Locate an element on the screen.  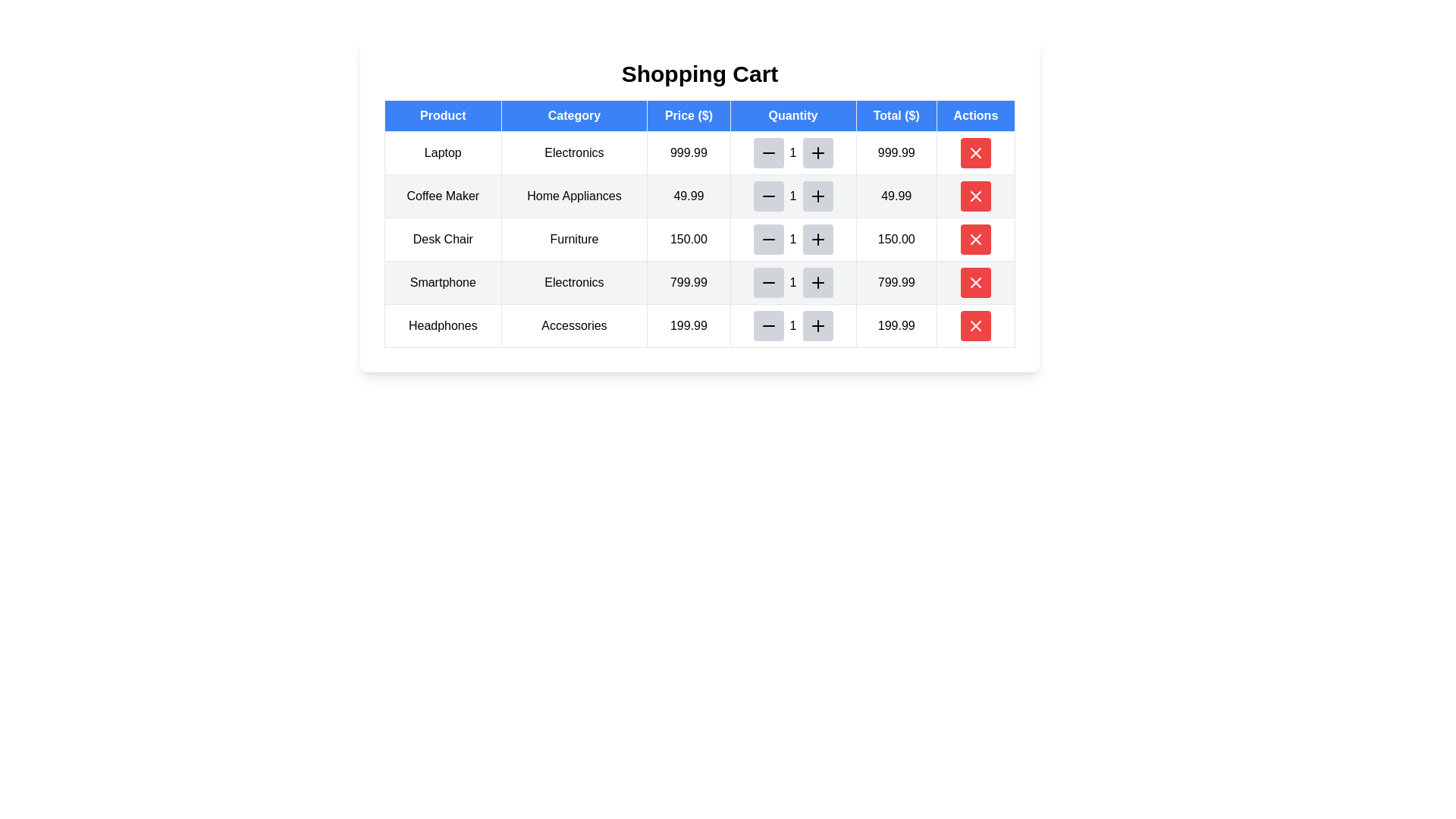
the Close/Delete button represented by an 'X' icon within a red rounded rectangle in the Actions column of the Coffee Maker item is located at coordinates (975, 195).